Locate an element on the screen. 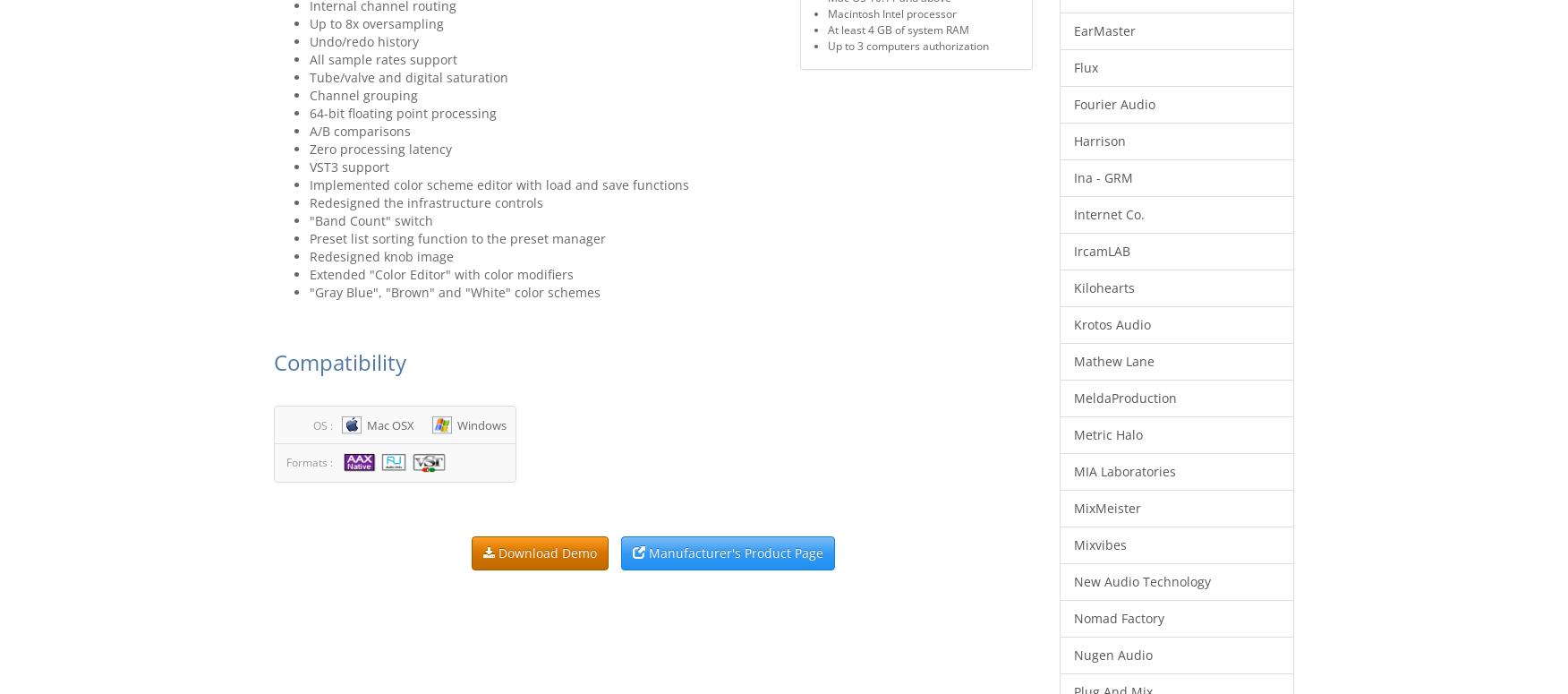 This screenshot has height=694, width=1568. 'Harrison' is located at coordinates (1098, 140).